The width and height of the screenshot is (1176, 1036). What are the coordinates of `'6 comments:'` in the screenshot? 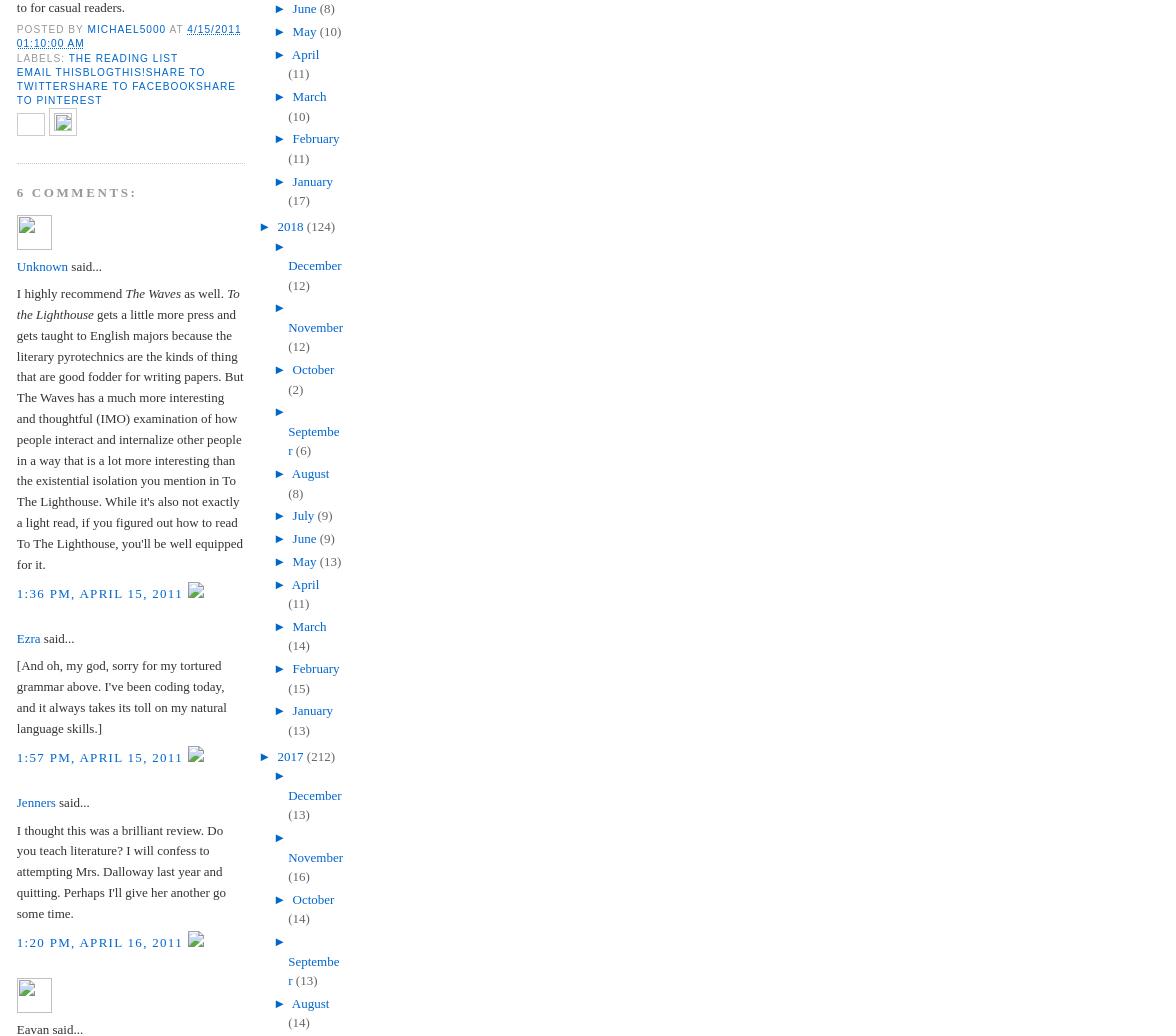 It's located at (15, 191).